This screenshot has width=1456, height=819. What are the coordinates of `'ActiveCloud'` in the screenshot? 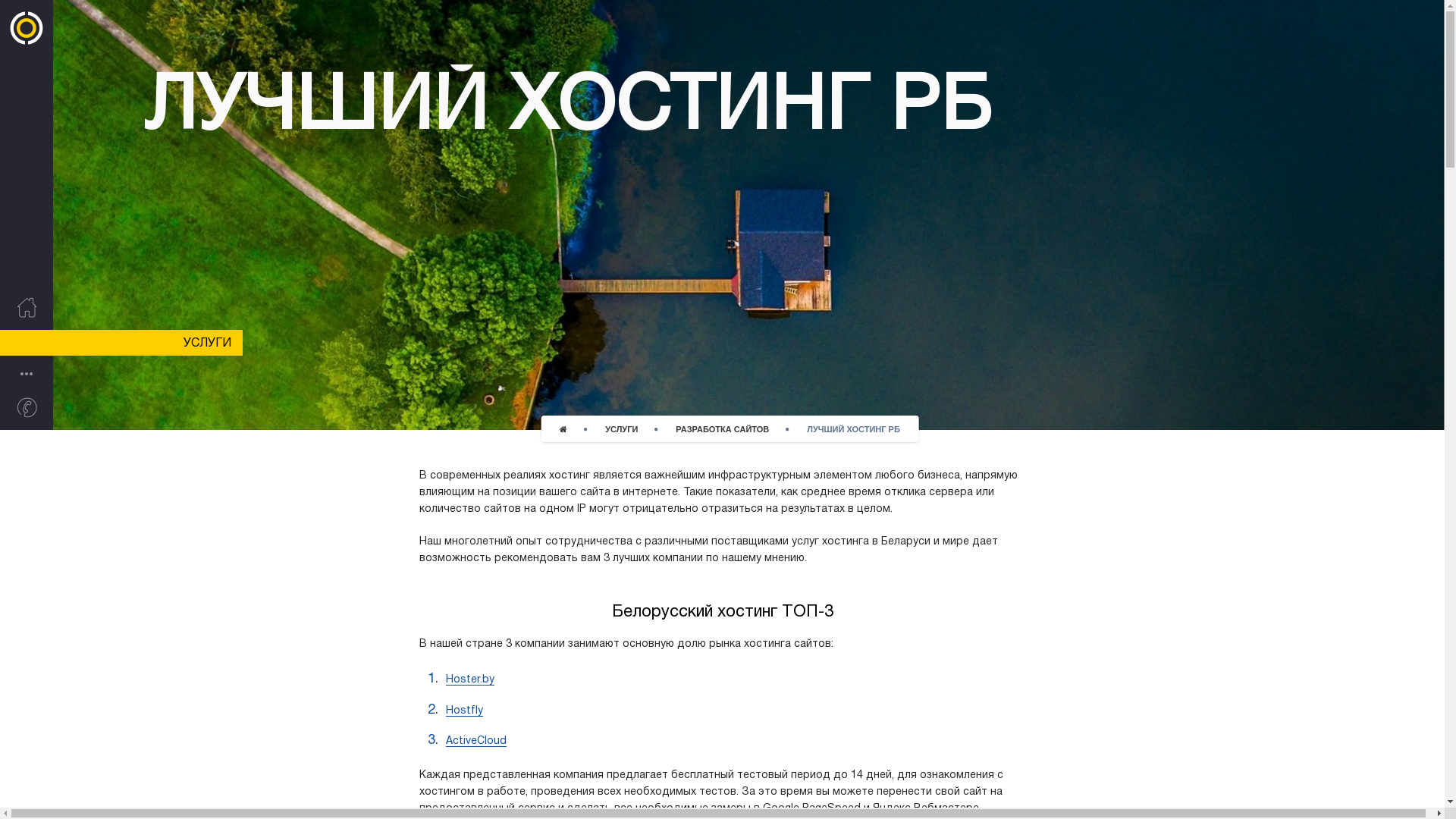 It's located at (475, 741).